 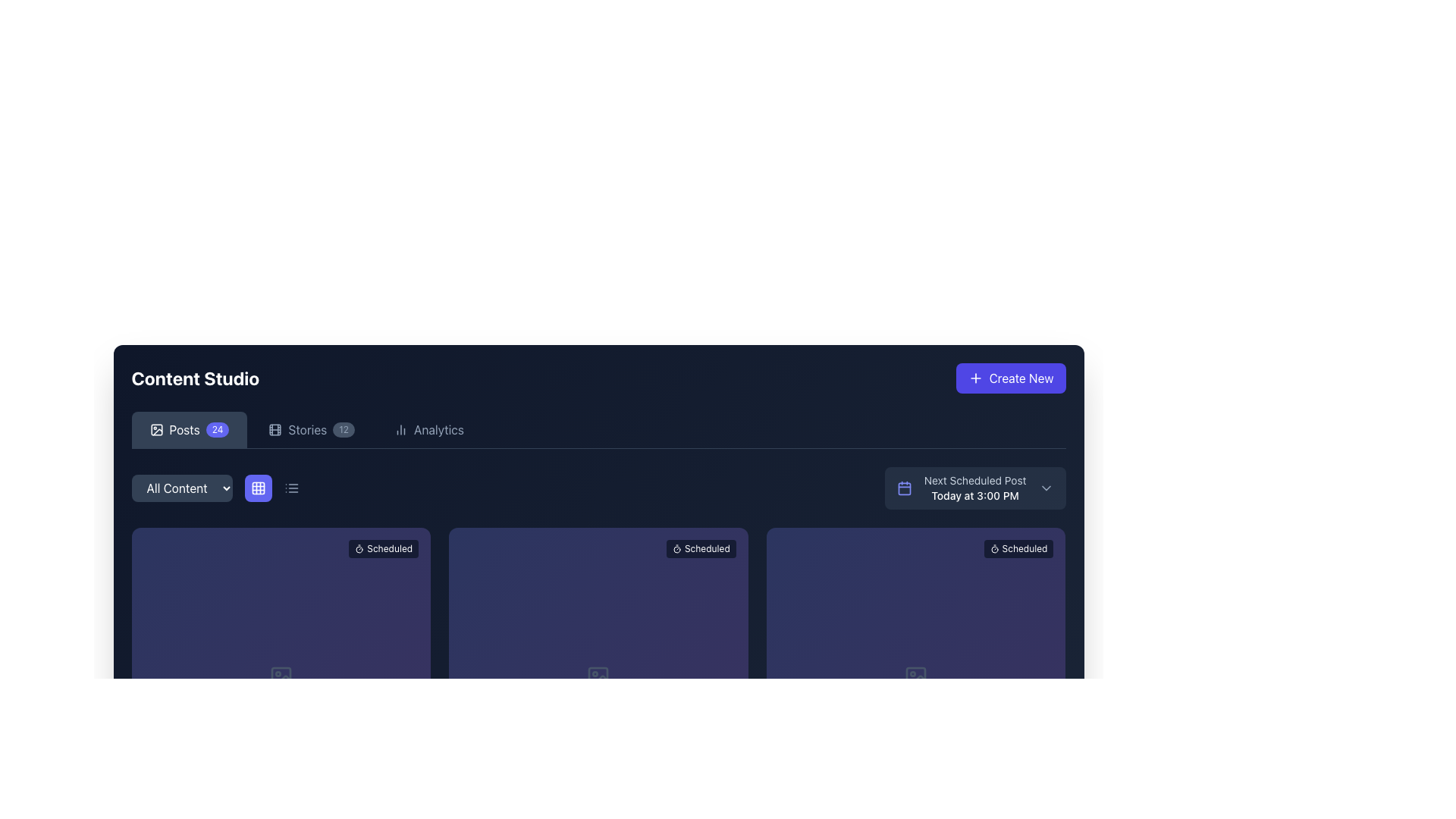 I want to click on the 'Posts' button with a dark gray background, white text, and a blue badge showing '24', so click(x=188, y=430).